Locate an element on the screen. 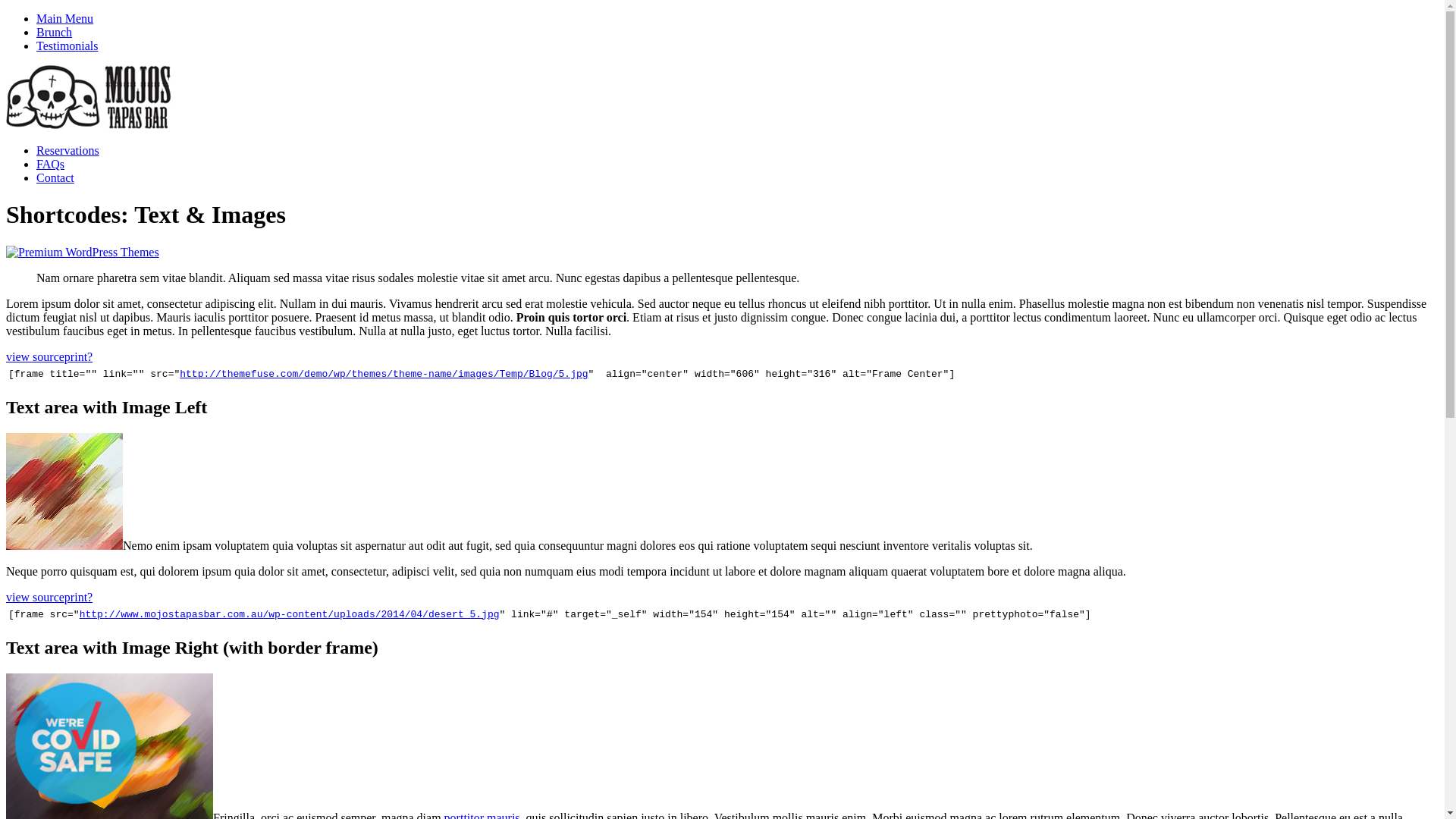 The height and width of the screenshot is (819, 1456). 'Brunch' is located at coordinates (54, 32).